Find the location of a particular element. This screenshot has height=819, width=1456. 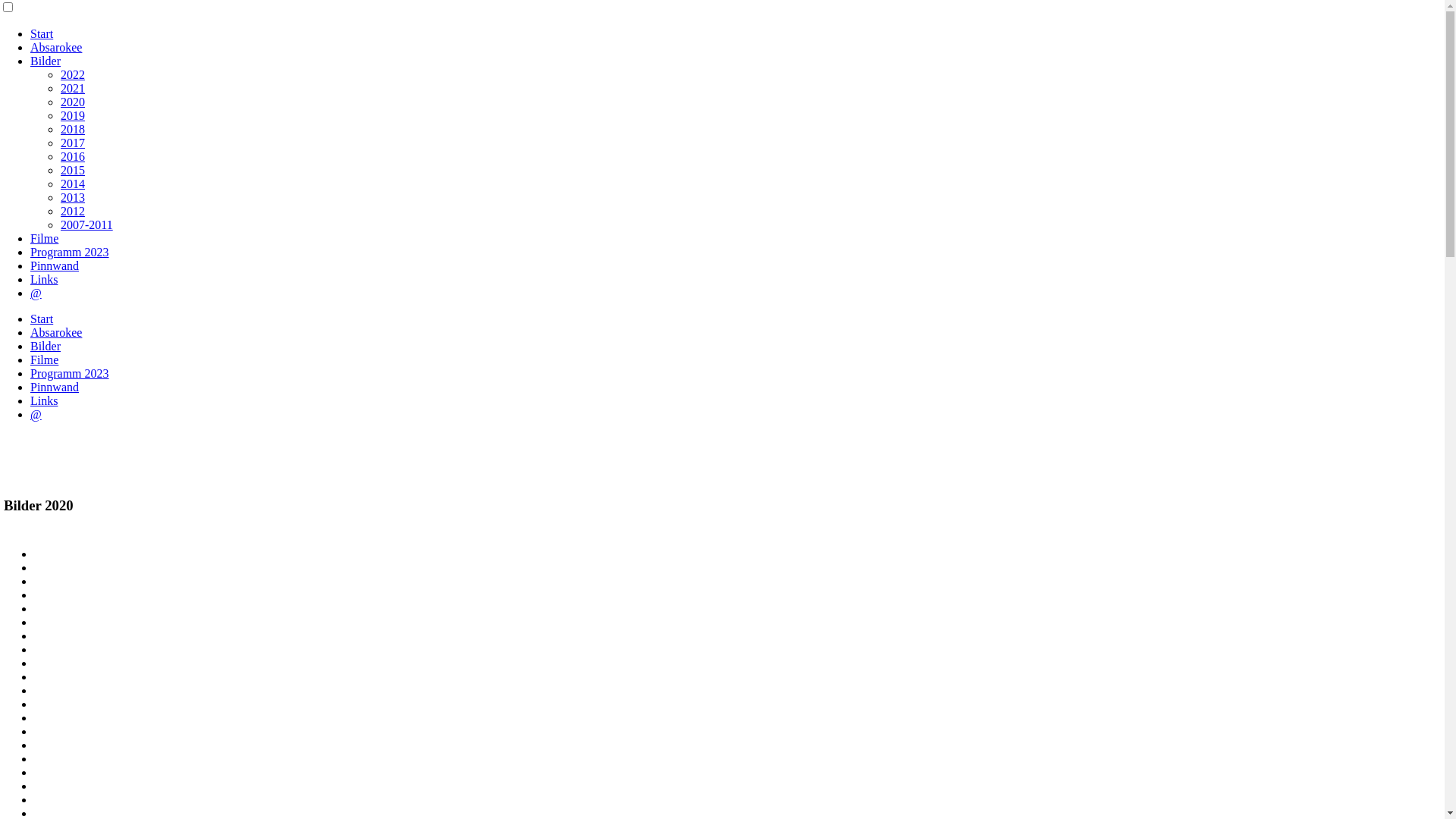

'2012' is located at coordinates (72, 211).